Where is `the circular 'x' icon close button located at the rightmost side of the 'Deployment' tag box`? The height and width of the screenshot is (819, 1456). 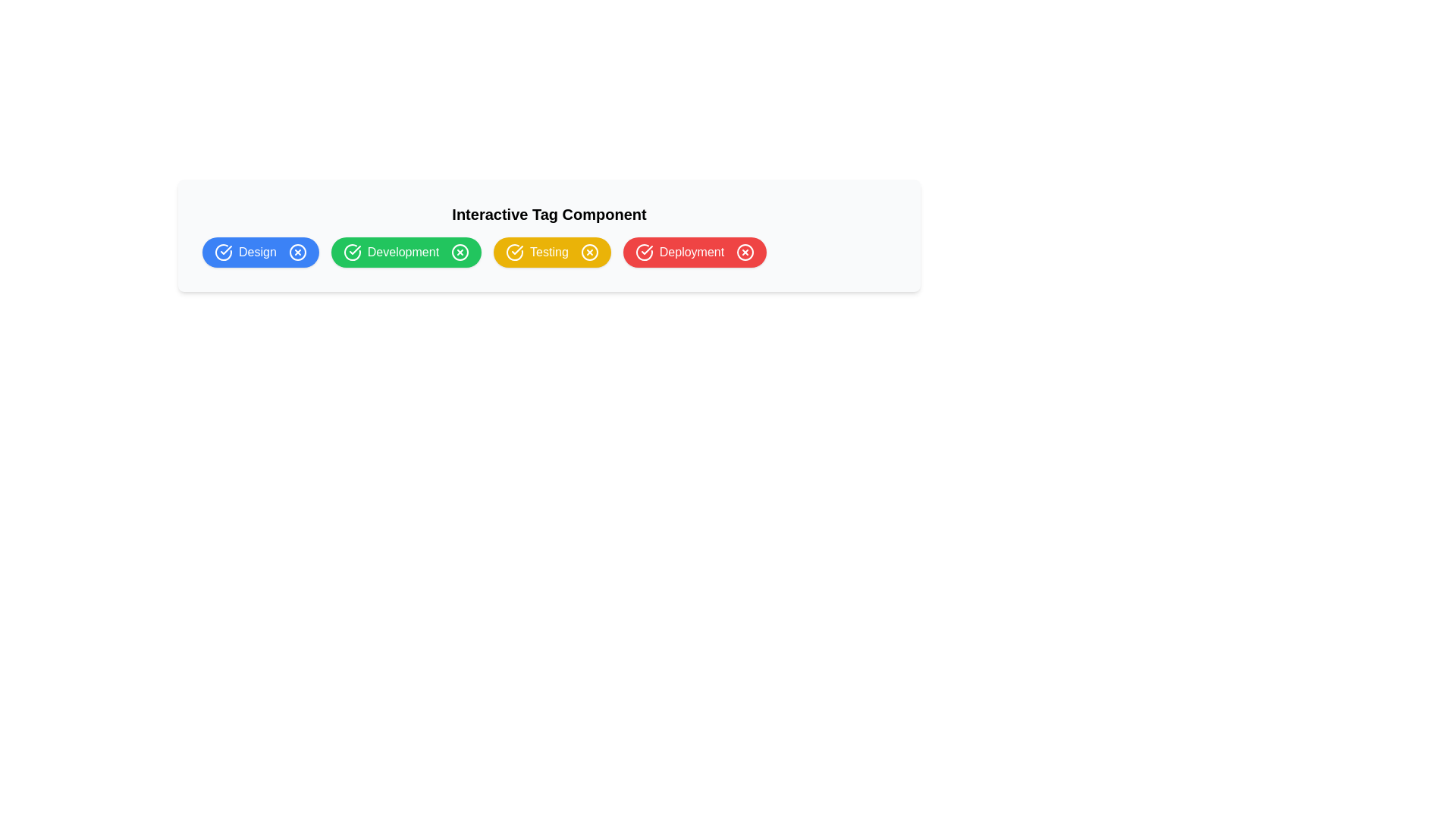 the circular 'x' icon close button located at the rightmost side of the 'Deployment' tag box is located at coordinates (745, 251).